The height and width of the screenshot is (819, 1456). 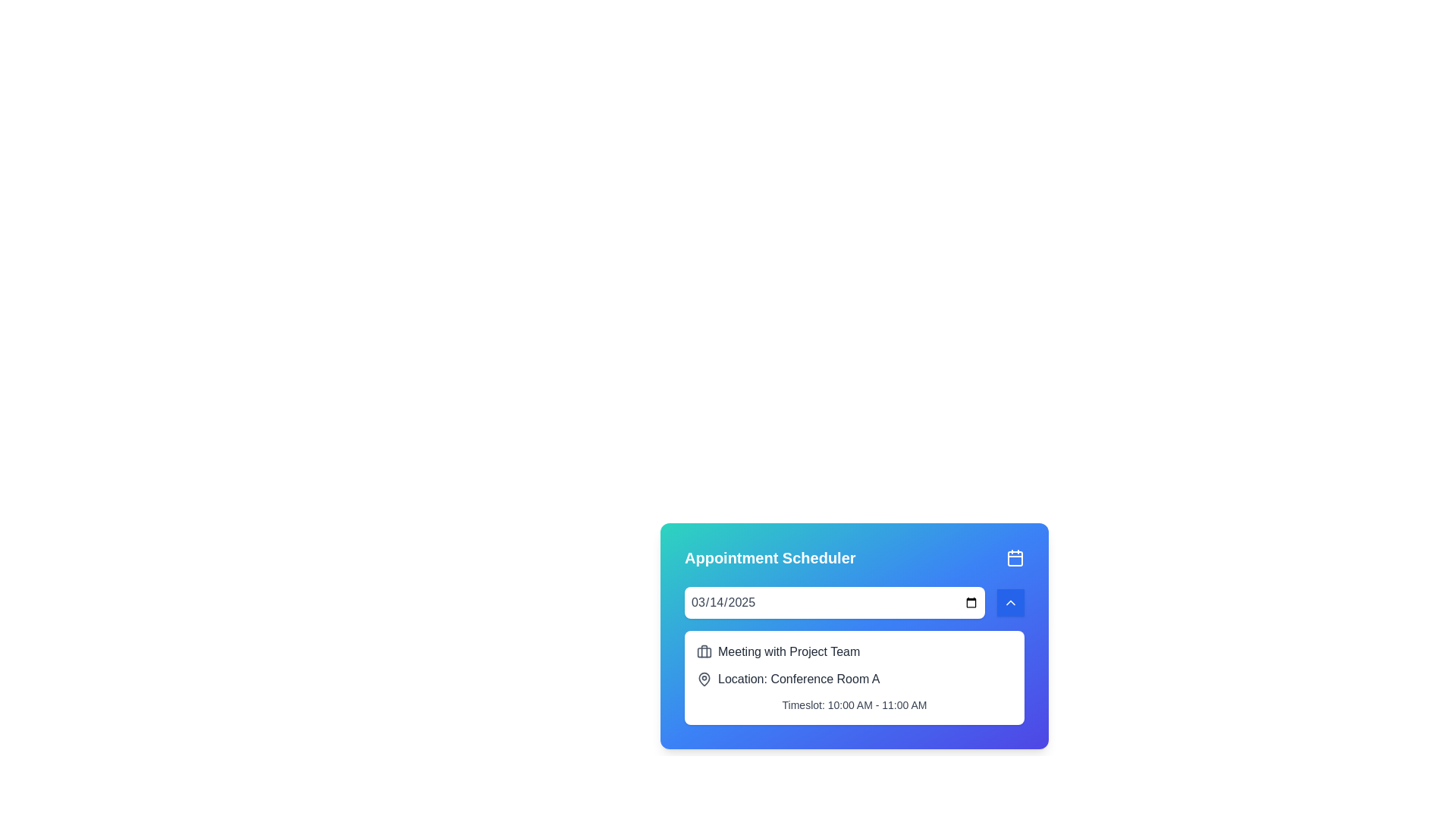 What do you see at coordinates (789, 651) in the screenshot?
I see `static text label displaying 'Meeting with Project Team', which is styled in a modern font and located within the 'Appointment Scheduler' card, near a briefcase icon` at bounding box center [789, 651].